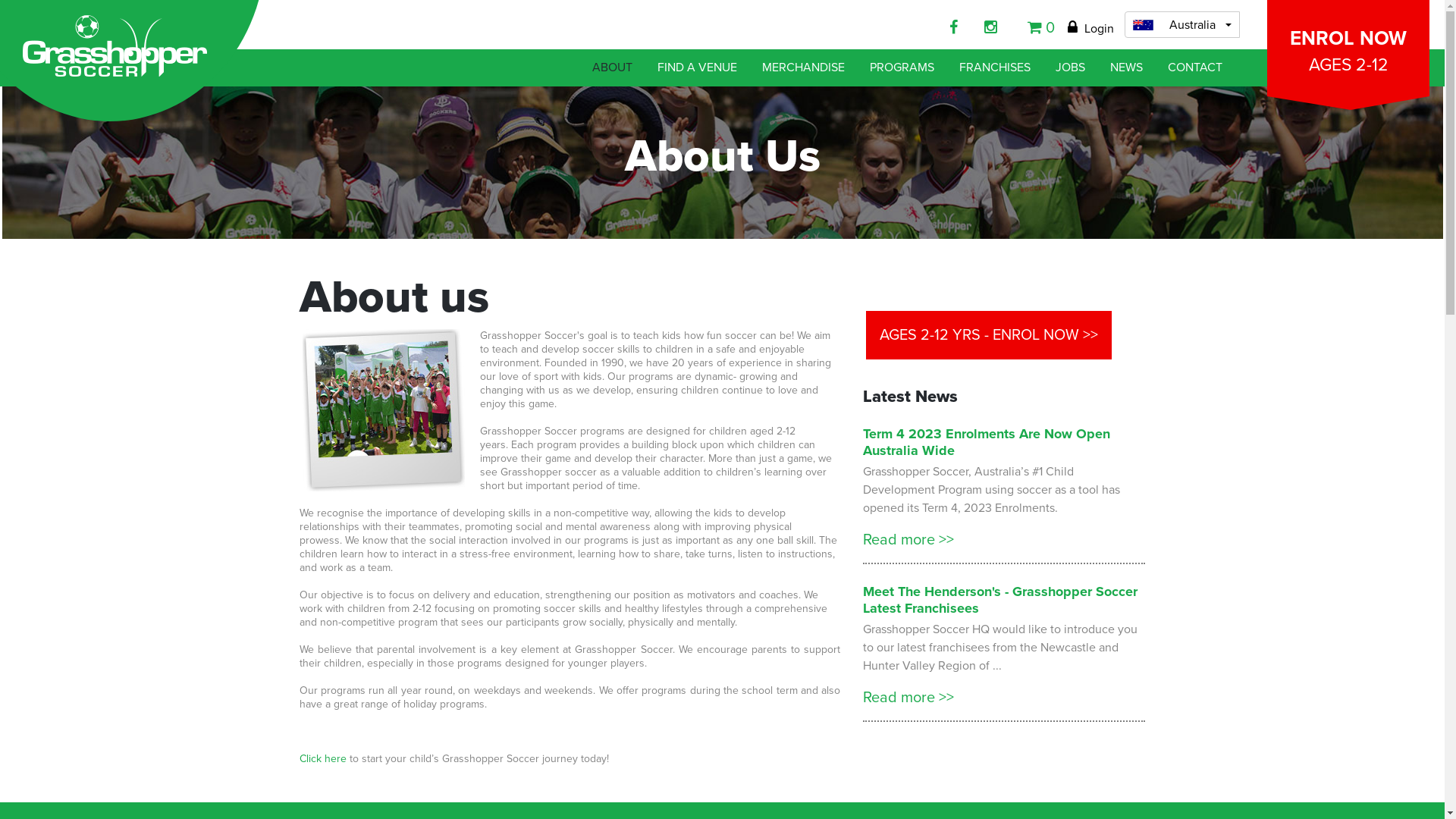 This screenshot has height=819, width=1456. What do you see at coordinates (902, 67) in the screenshot?
I see `'PROGRAMS'` at bounding box center [902, 67].